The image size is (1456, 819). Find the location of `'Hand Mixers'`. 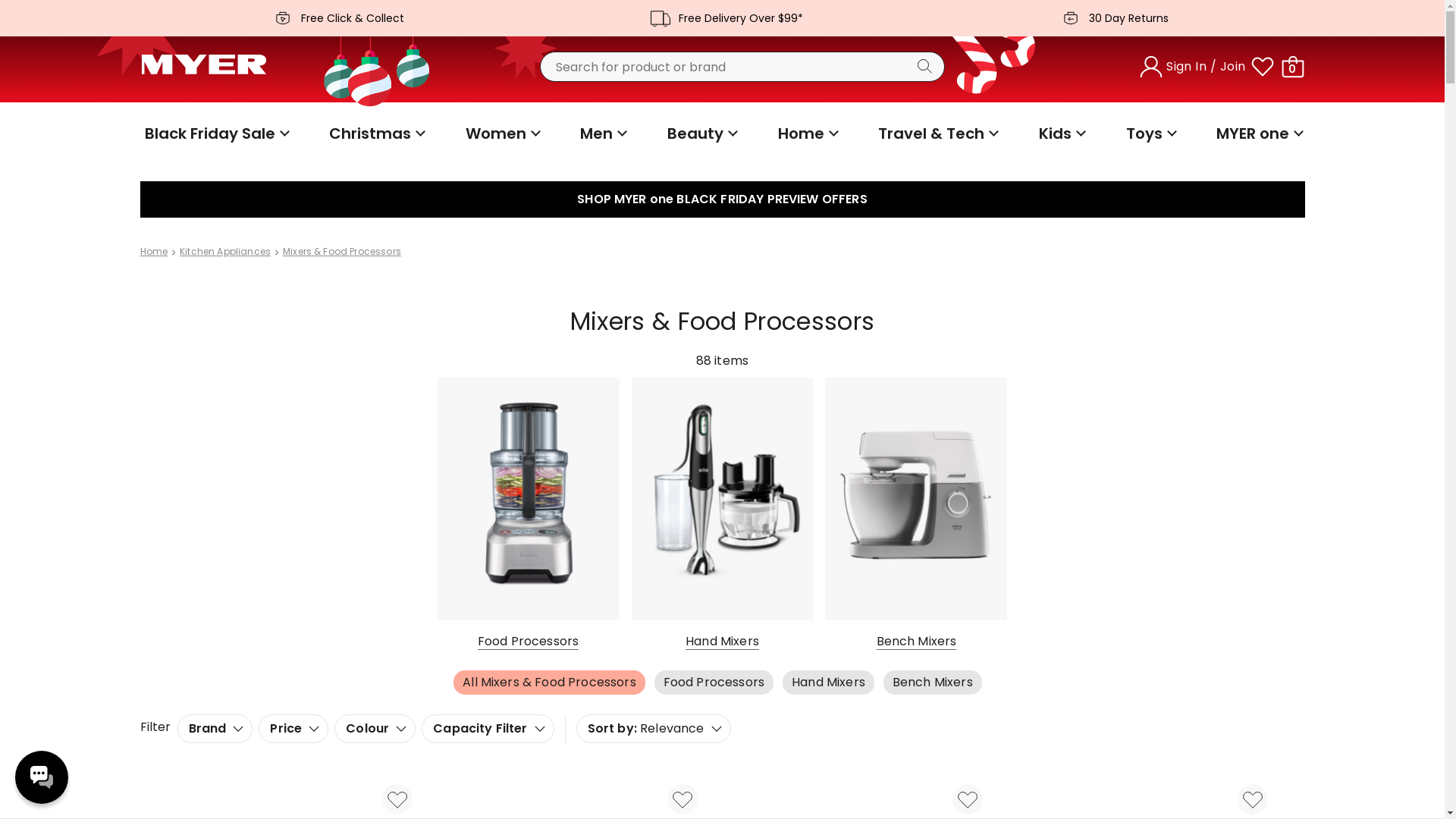

'Hand Mixers' is located at coordinates (720, 513).